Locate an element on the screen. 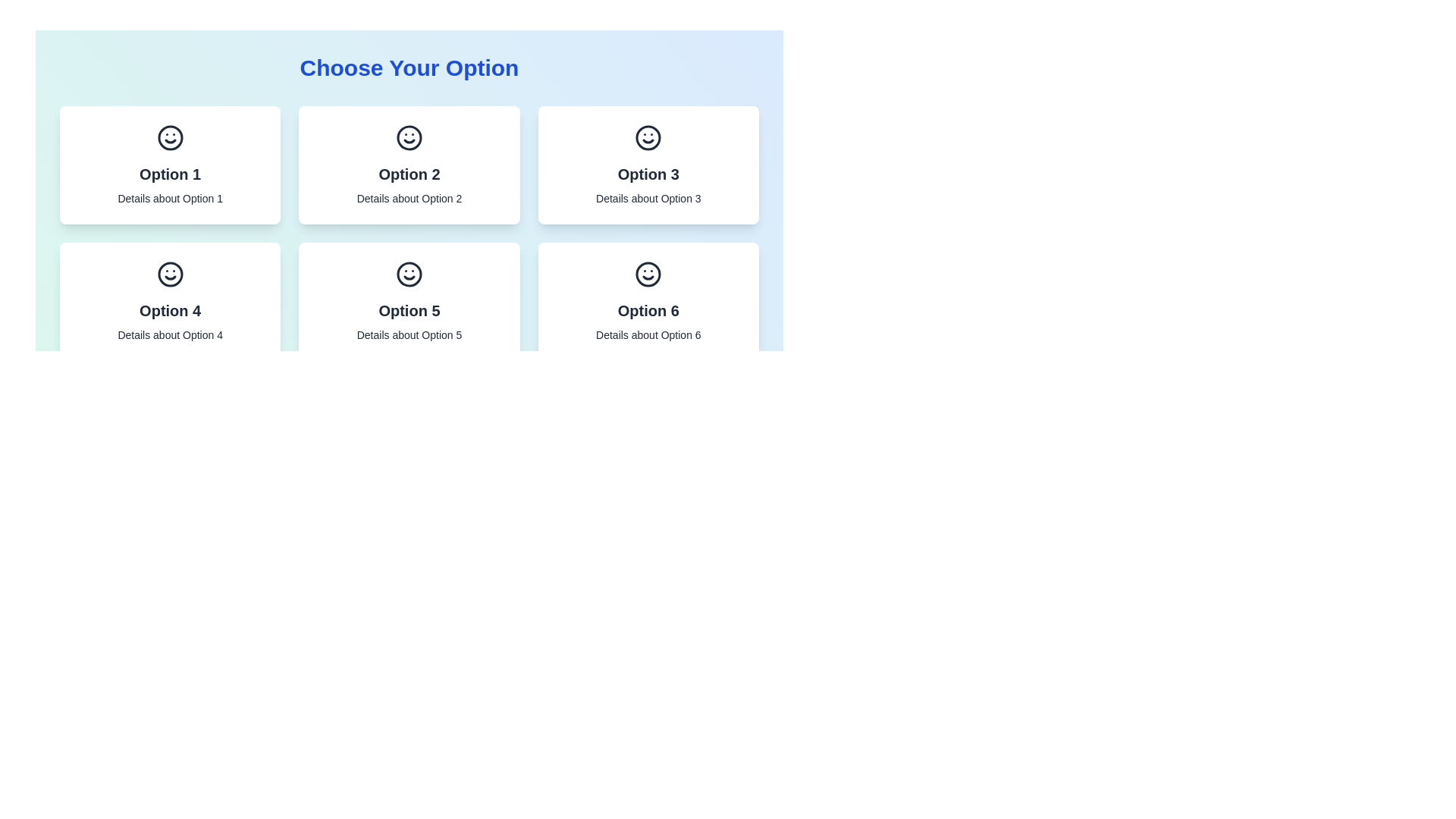 The height and width of the screenshot is (819, 1456). the selectable card titled 'Option 5' with a smiling face icon is located at coordinates (409, 301).